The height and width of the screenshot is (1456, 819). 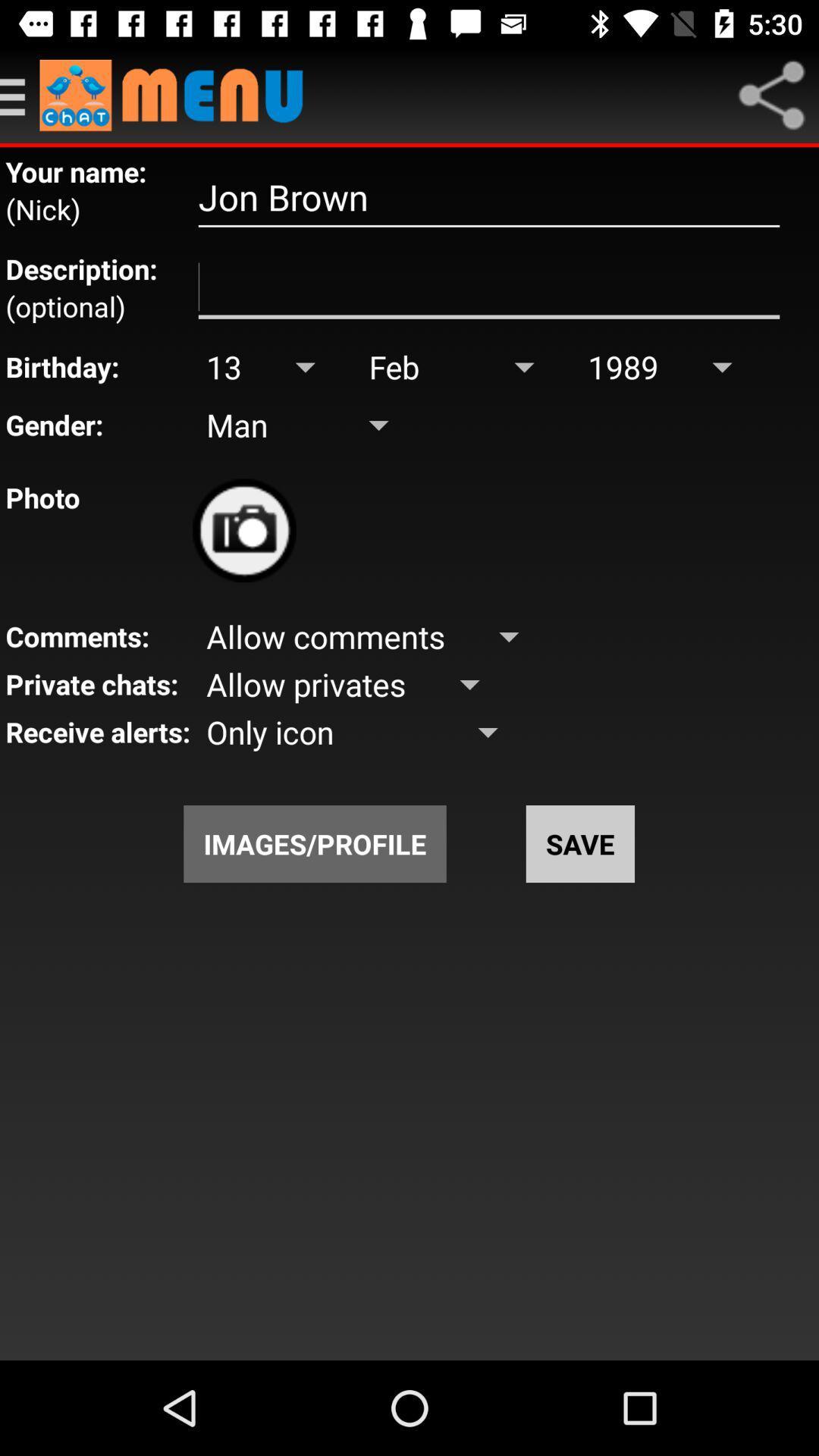 I want to click on open menu, so click(x=20, y=94).